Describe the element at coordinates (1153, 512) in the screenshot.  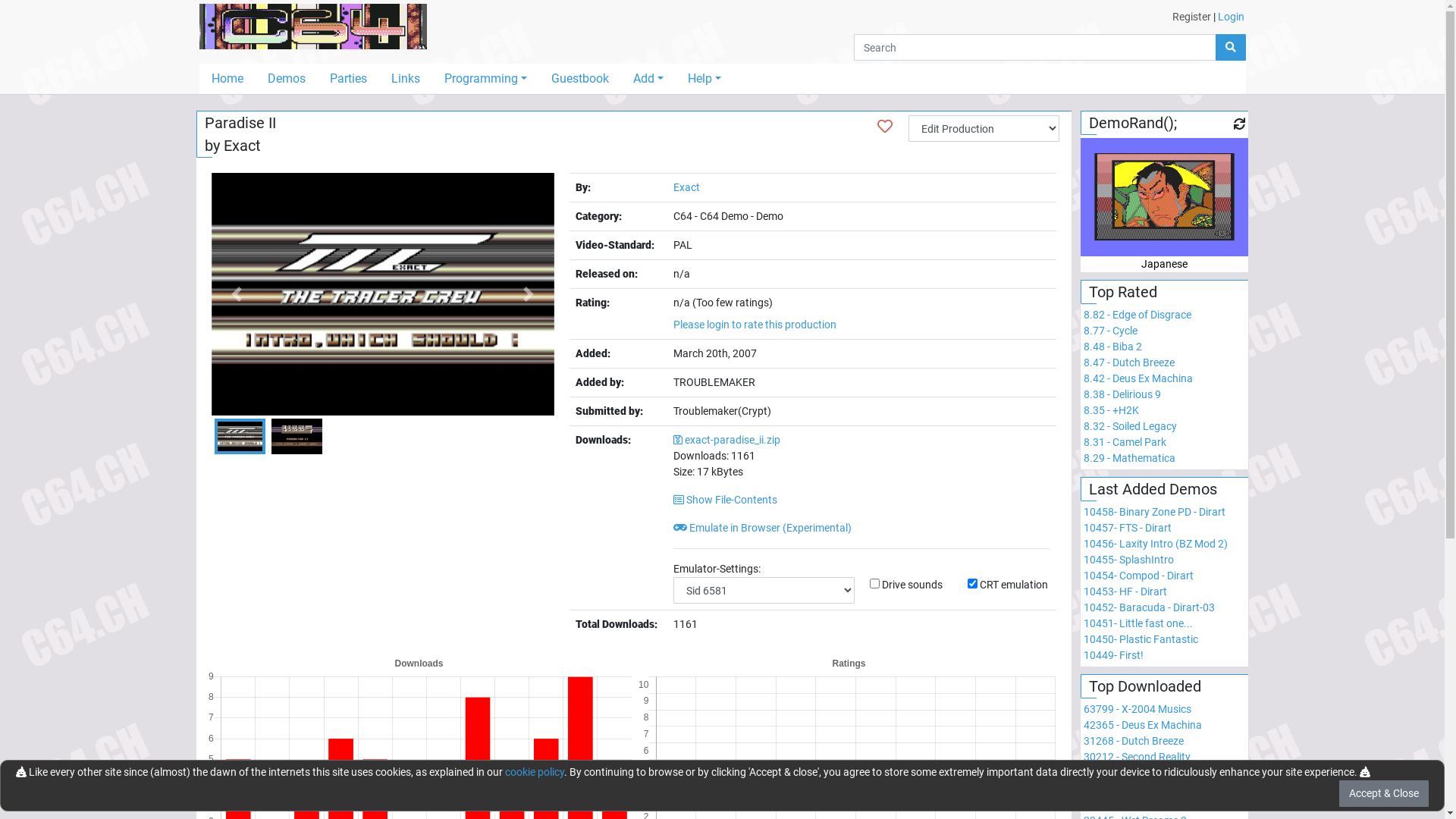
I see `'10458- Binary Zone PD - Dirart'` at that location.